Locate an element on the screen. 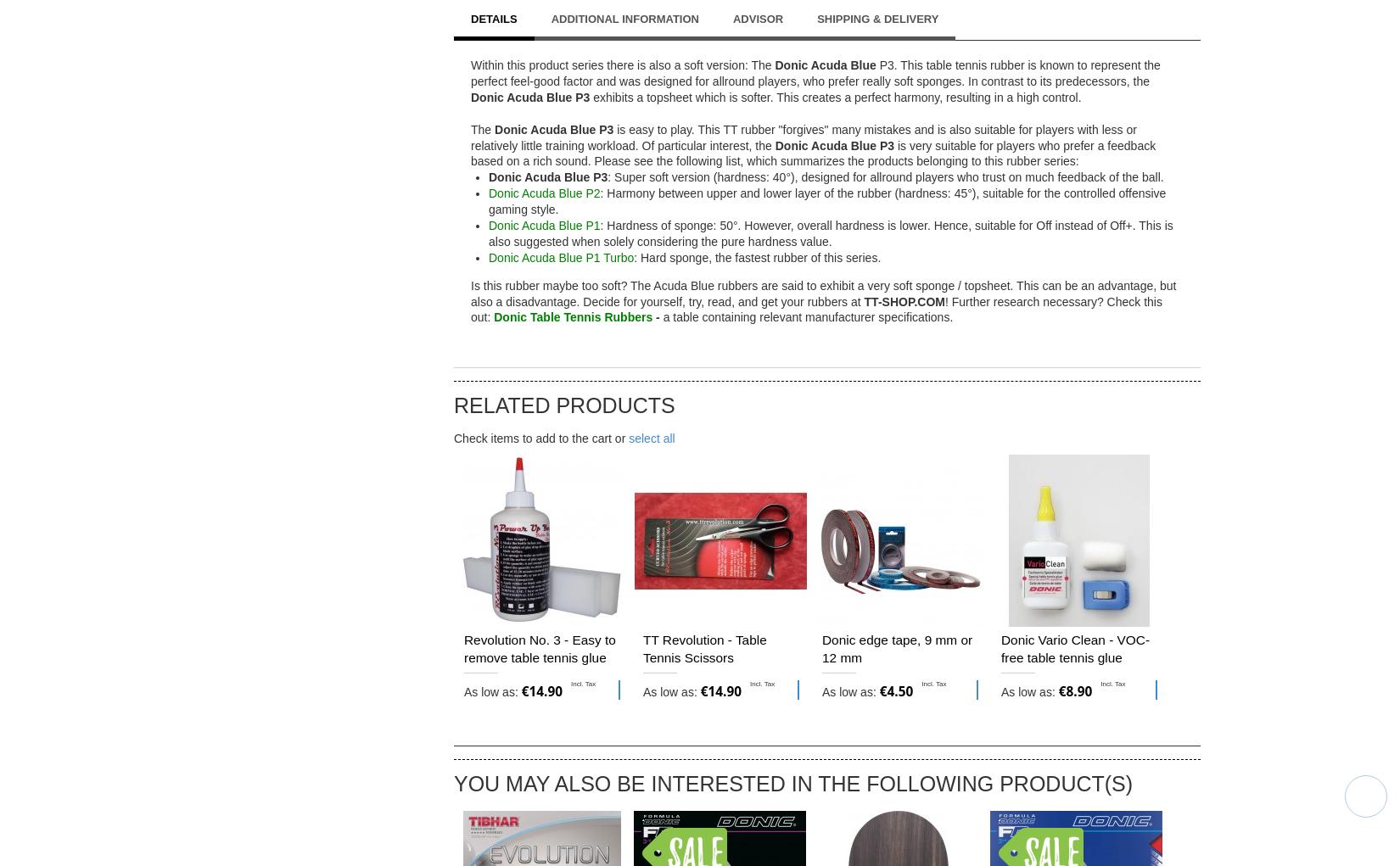 This screenshot has height=866, width=1400. 'TT-SHOP.COM' is located at coordinates (902, 301).